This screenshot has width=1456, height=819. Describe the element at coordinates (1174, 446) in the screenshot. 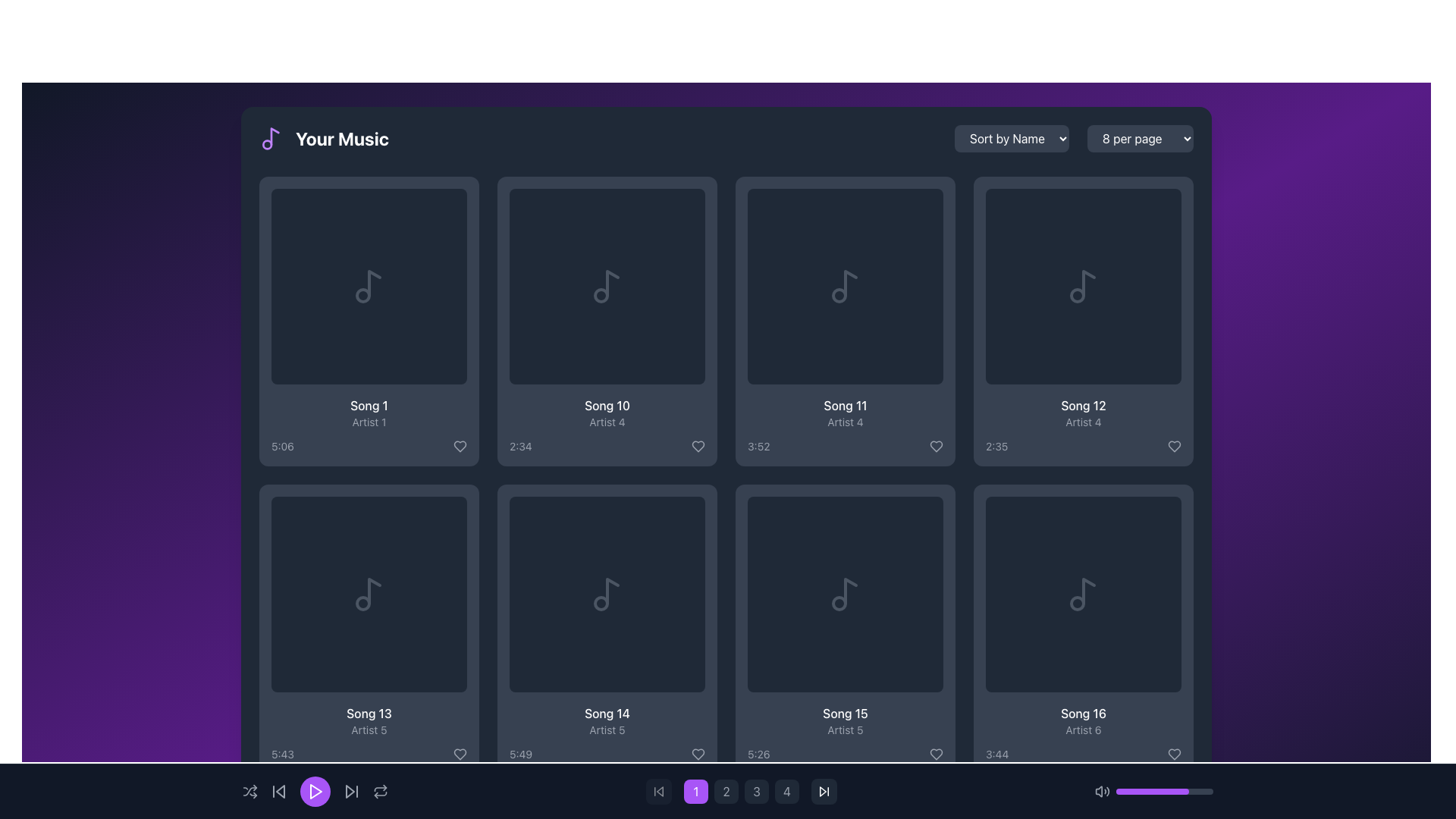

I see `the heart icon in the bottom-right corner of the music card labeled 'Song 12' by 'Artist 4'` at that location.